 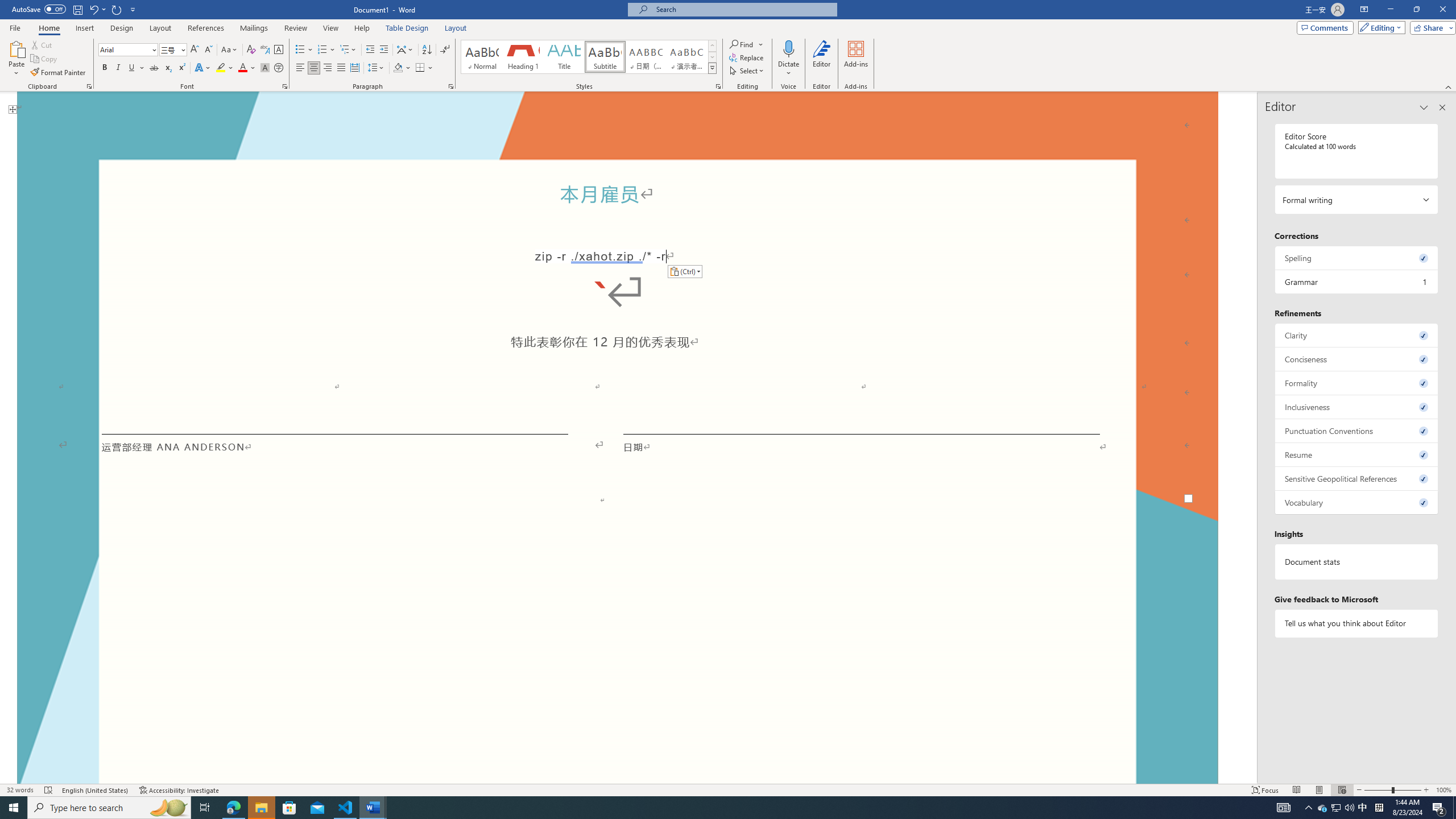 What do you see at coordinates (1356, 623) in the screenshot?
I see `'Tell us what you think about Editor'` at bounding box center [1356, 623].